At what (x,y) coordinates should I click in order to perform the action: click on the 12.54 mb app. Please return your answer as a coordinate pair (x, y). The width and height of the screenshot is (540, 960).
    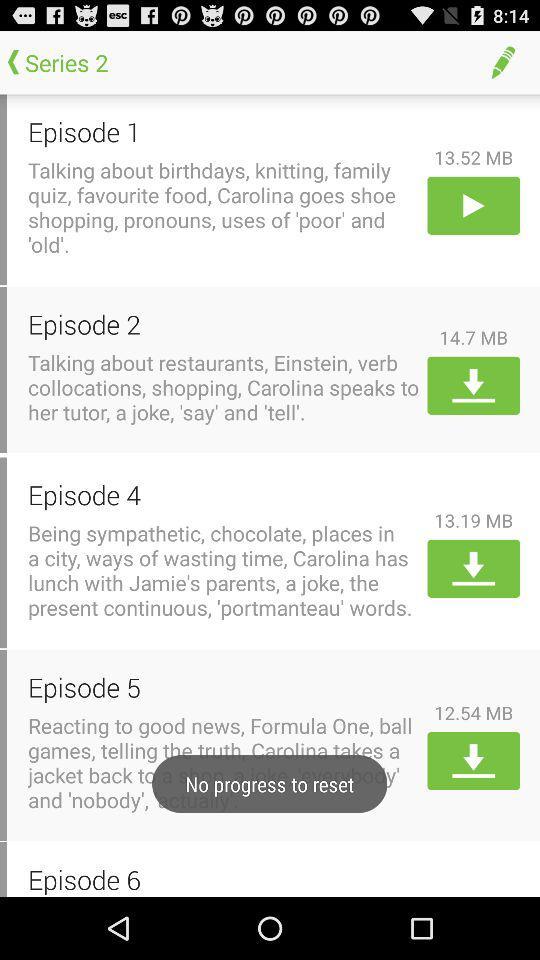
    Looking at the image, I should click on (472, 712).